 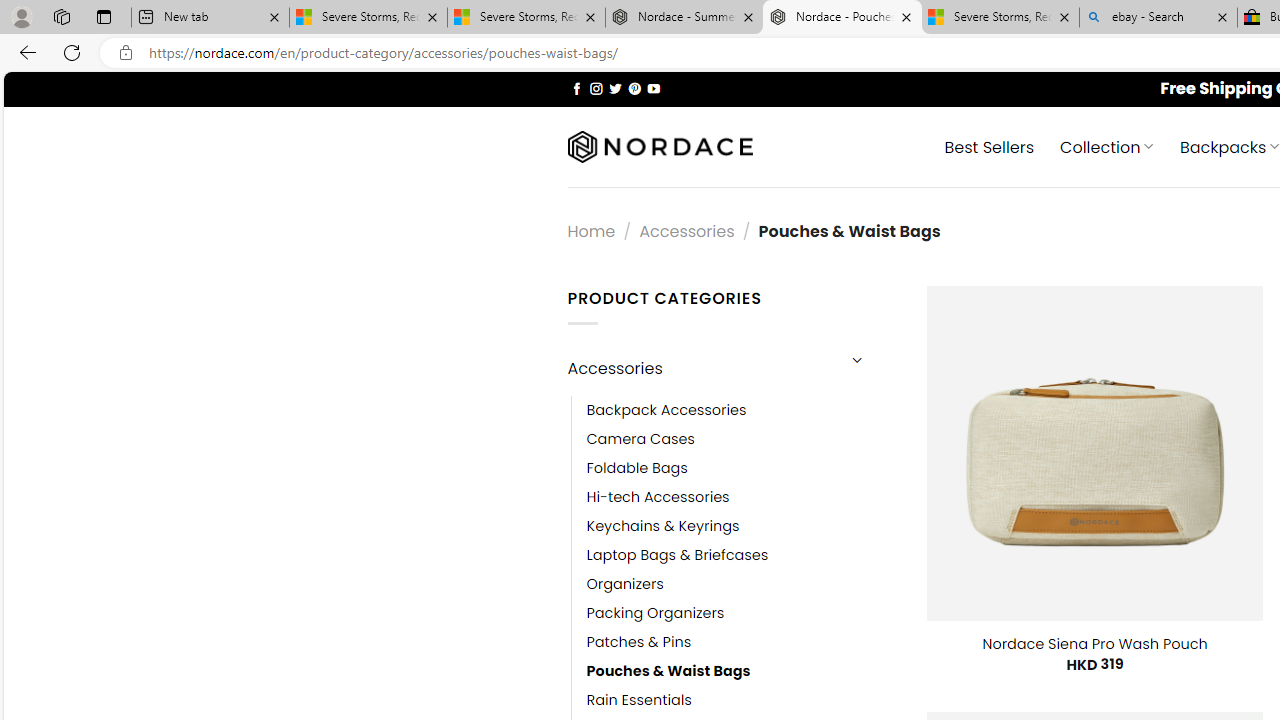 What do you see at coordinates (638, 699) in the screenshot?
I see `'Rain Essentials'` at bounding box center [638, 699].